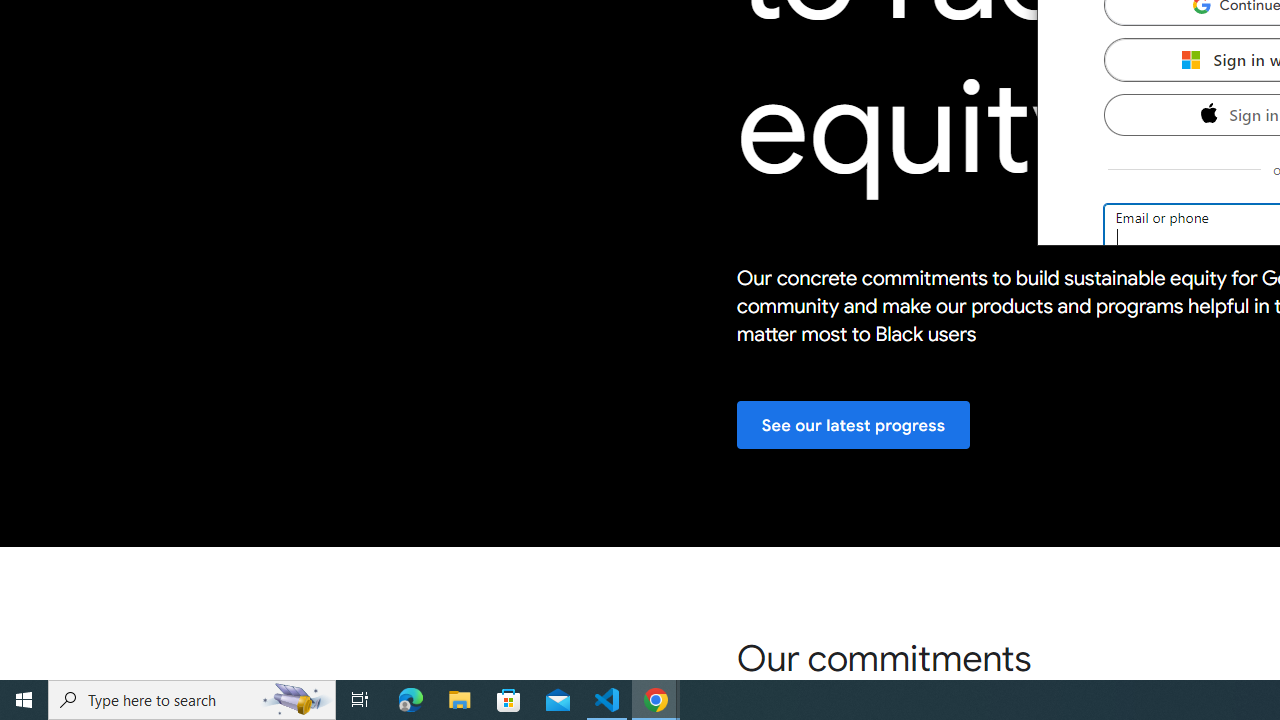 The height and width of the screenshot is (720, 1280). What do you see at coordinates (656, 698) in the screenshot?
I see `'Google Chrome - 3 running windows'` at bounding box center [656, 698].